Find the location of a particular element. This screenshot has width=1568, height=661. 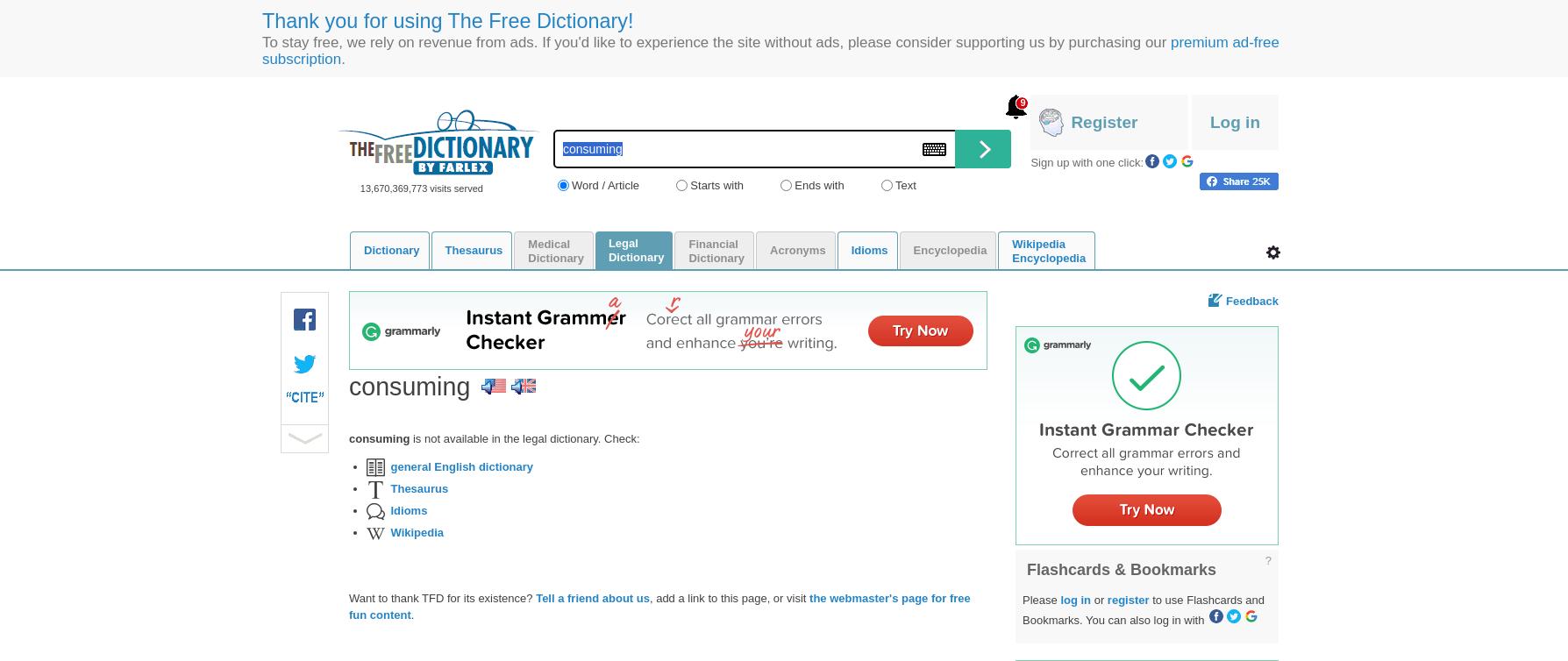

'Please' is located at coordinates (1021, 598).